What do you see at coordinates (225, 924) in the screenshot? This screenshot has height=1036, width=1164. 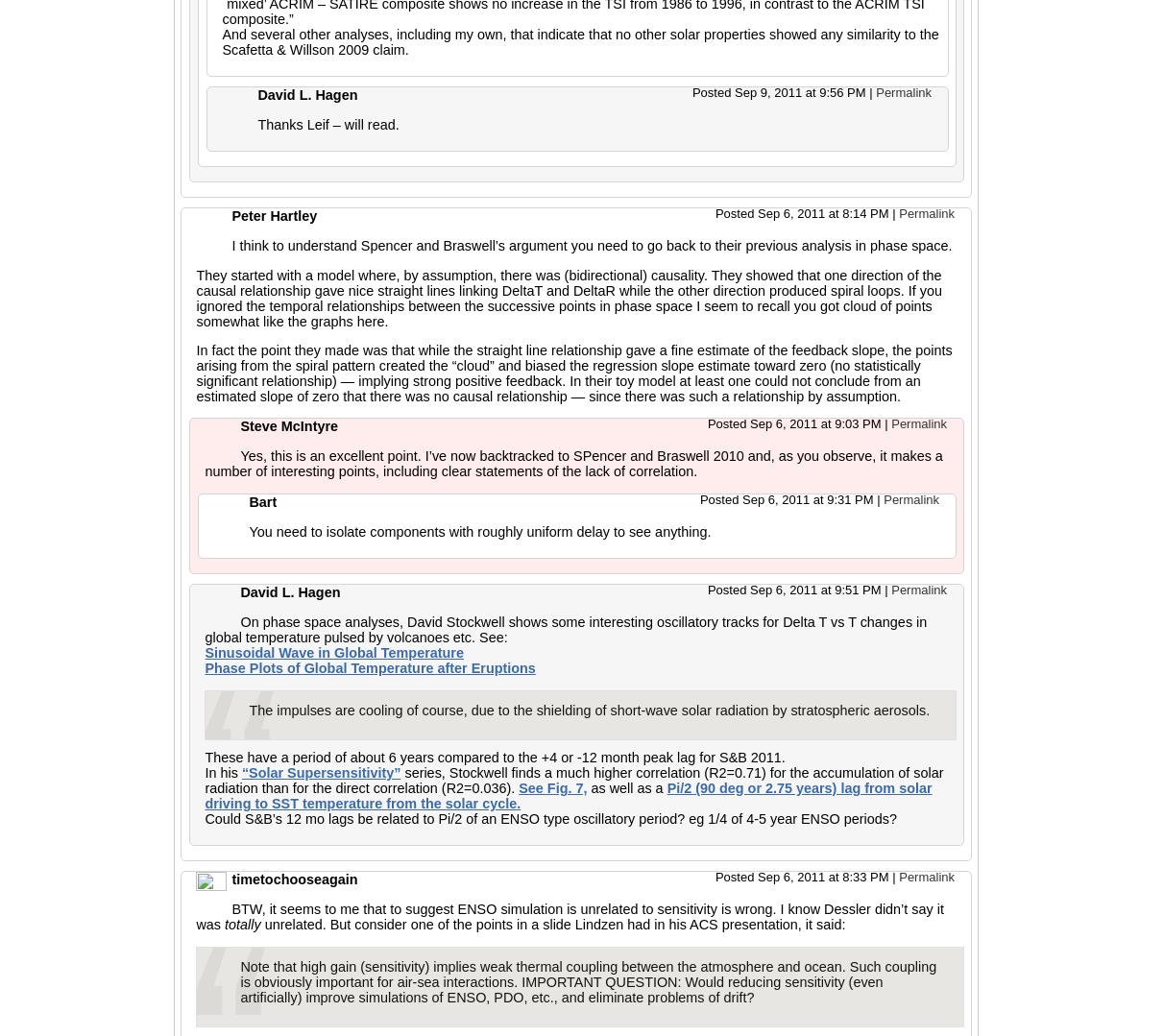 I see `'totally'` at bounding box center [225, 924].